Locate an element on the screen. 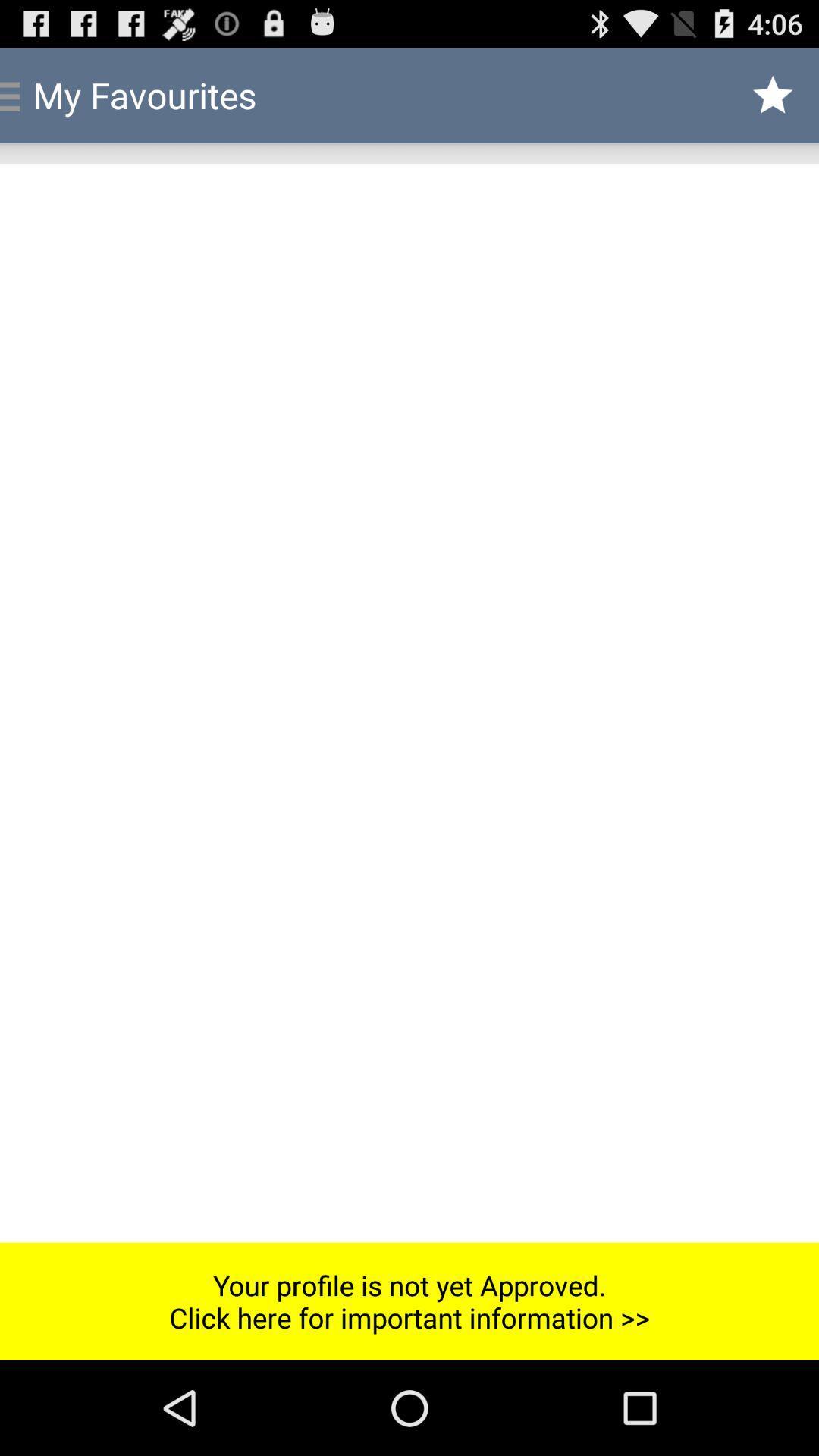  the your profile is button is located at coordinates (409, 1301).